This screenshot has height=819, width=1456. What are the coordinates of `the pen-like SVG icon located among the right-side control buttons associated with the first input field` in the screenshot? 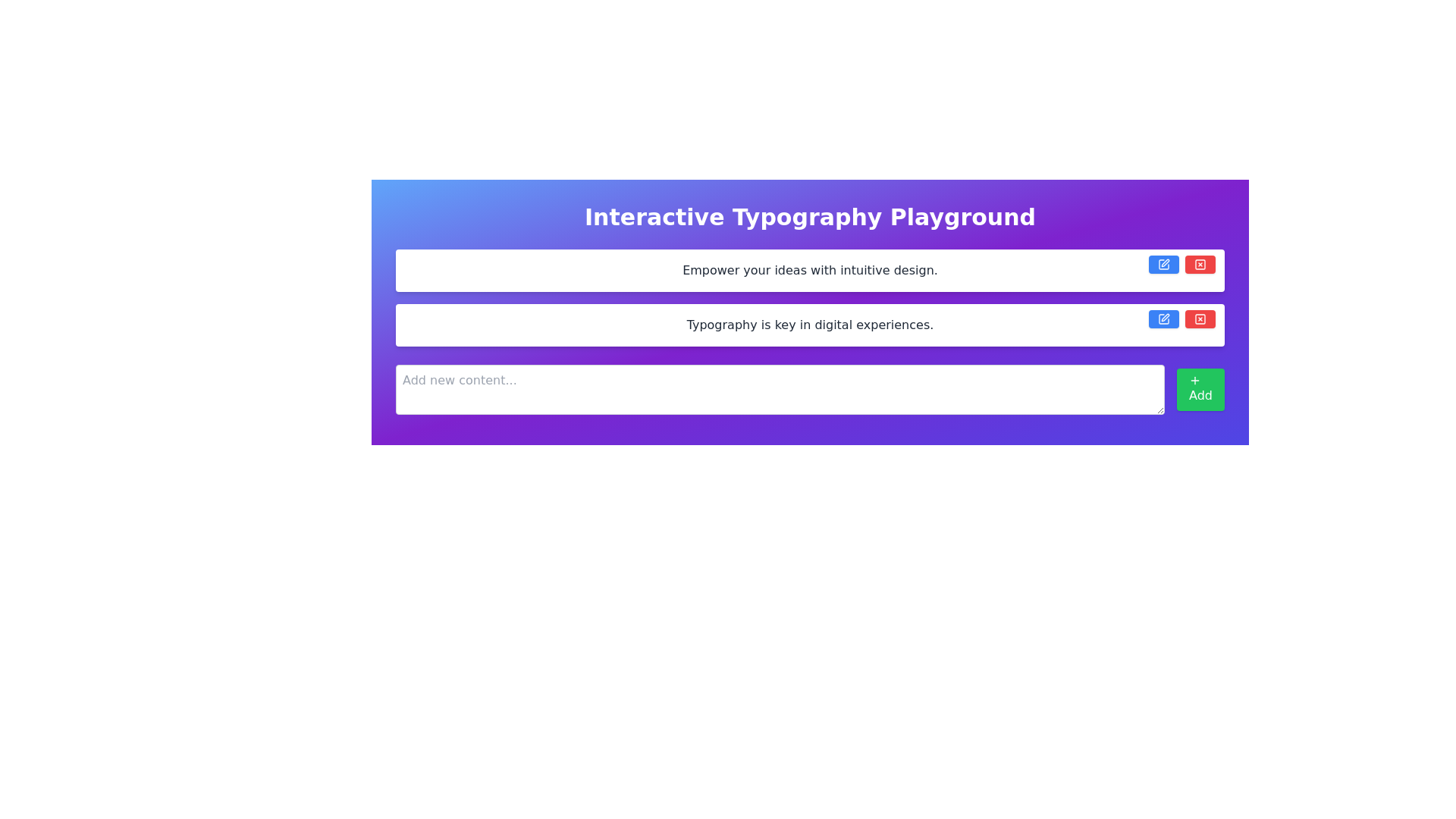 It's located at (1163, 263).